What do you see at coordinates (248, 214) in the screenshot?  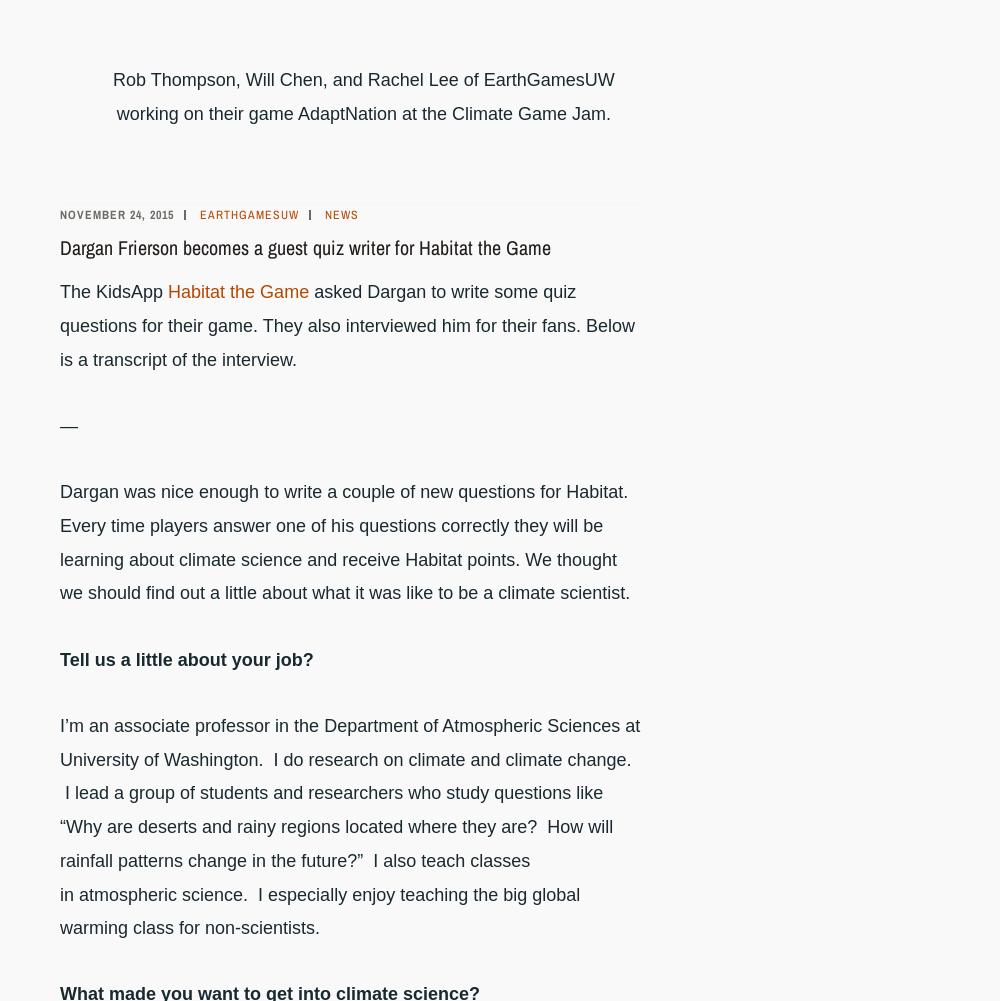 I see `'earthgamesuw'` at bounding box center [248, 214].